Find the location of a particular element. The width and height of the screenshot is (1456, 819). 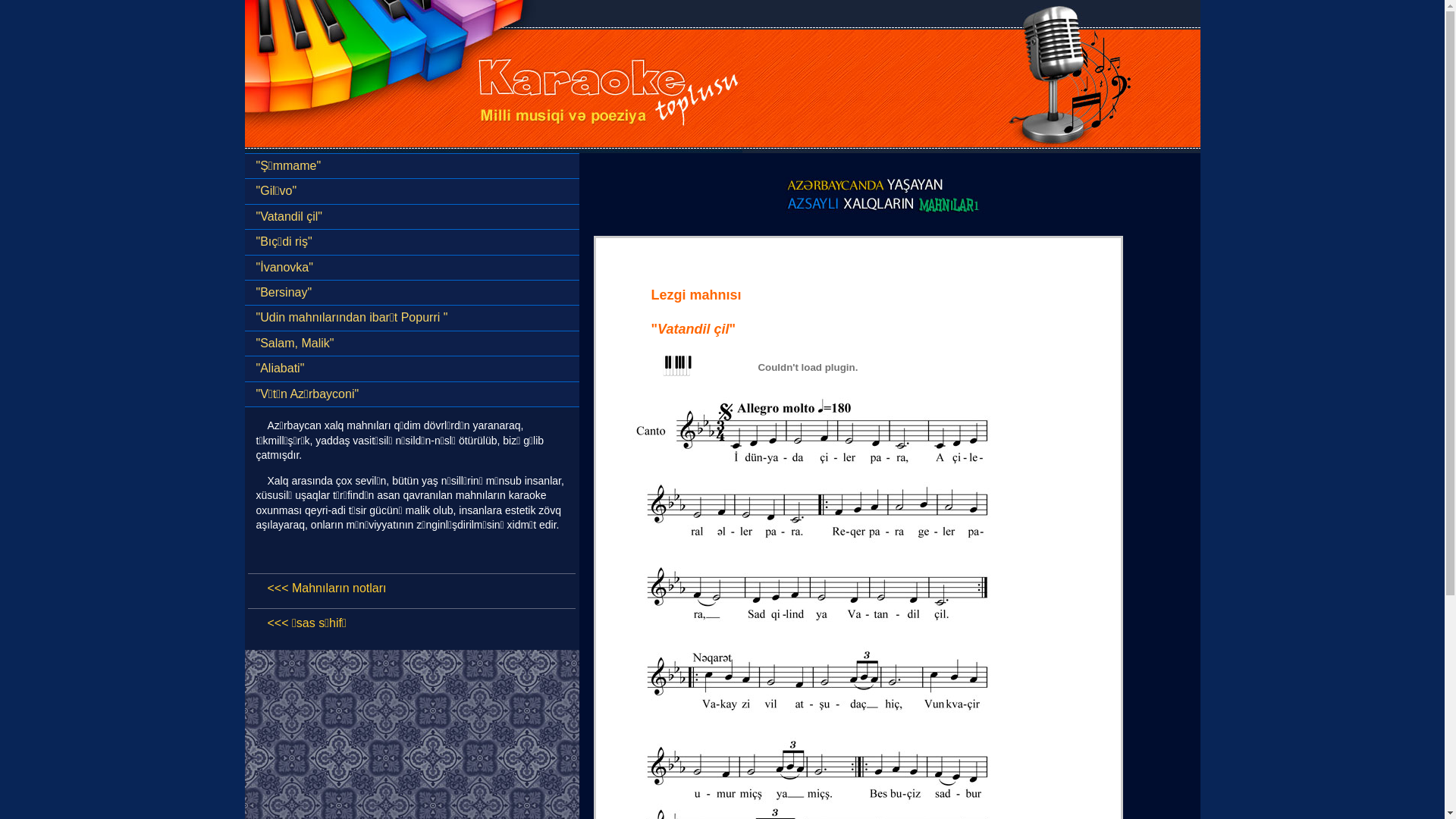

'"Bersinay"' is located at coordinates (243, 292).